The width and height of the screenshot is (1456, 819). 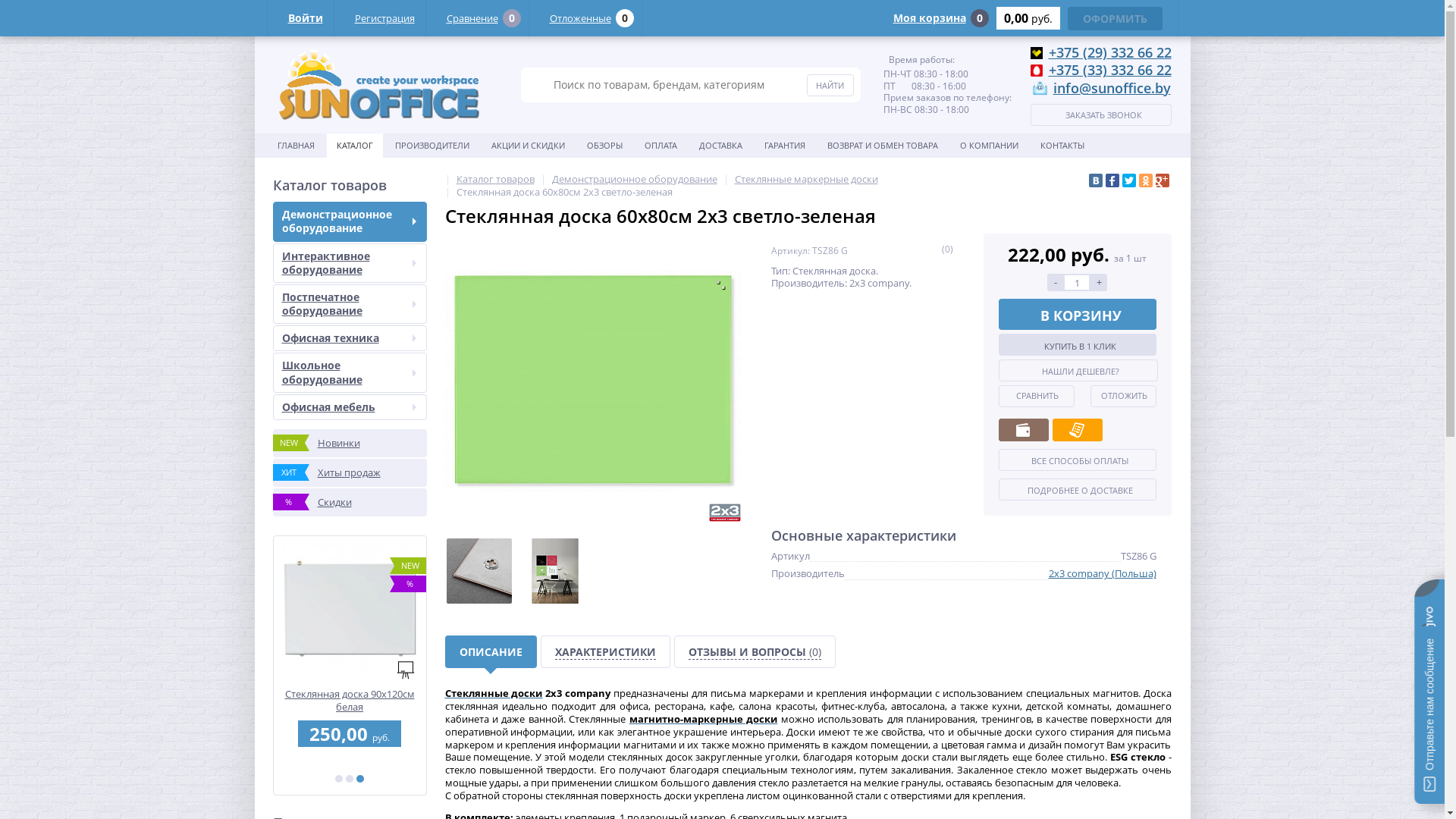 What do you see at coordinates (1109, 70) in the screenshot?
I see `'+375 (33) 332 66 22'` at bounding box center [1109, 70].